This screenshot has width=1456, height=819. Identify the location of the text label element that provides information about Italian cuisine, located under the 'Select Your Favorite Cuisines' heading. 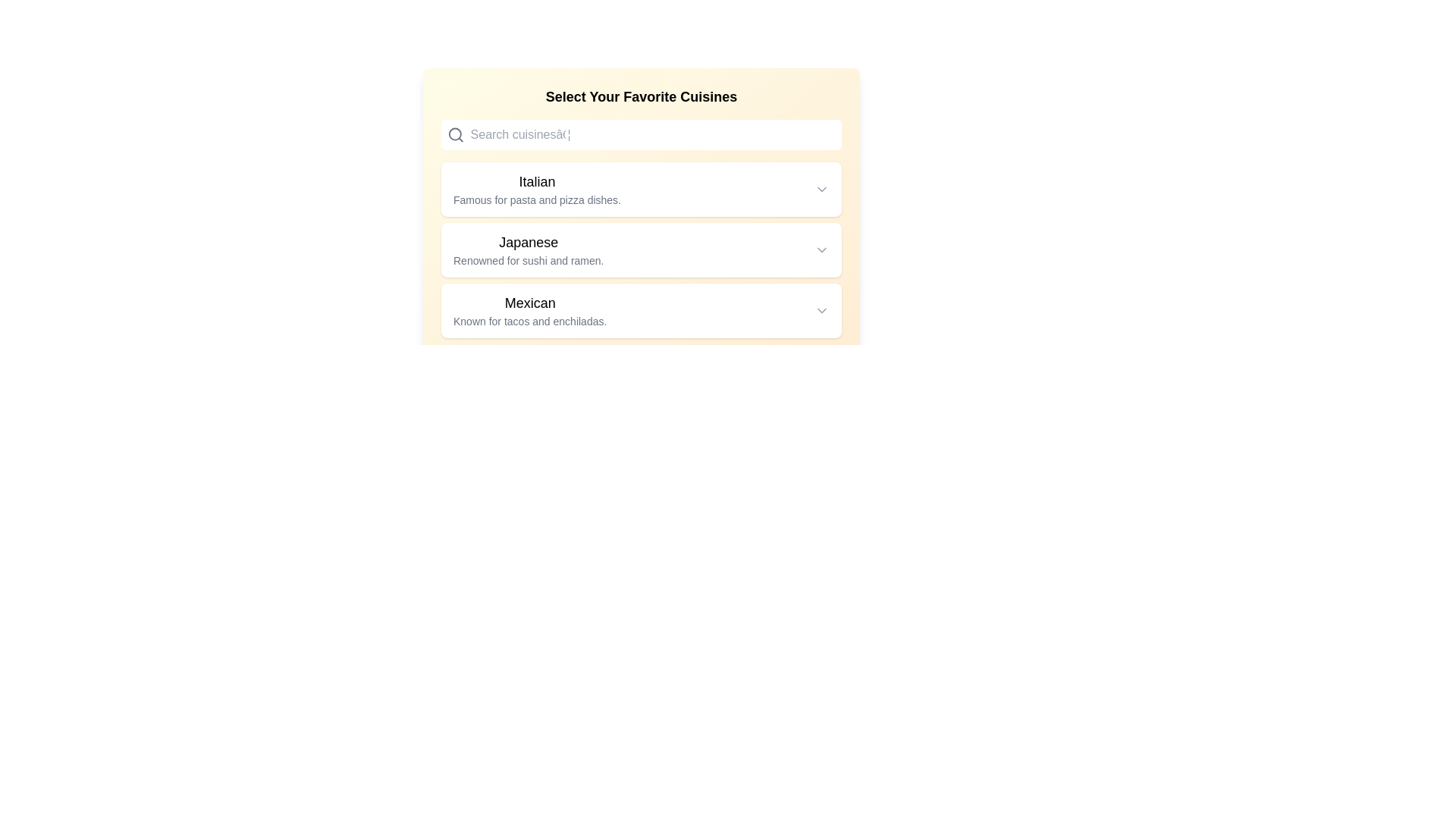
(537, 189).